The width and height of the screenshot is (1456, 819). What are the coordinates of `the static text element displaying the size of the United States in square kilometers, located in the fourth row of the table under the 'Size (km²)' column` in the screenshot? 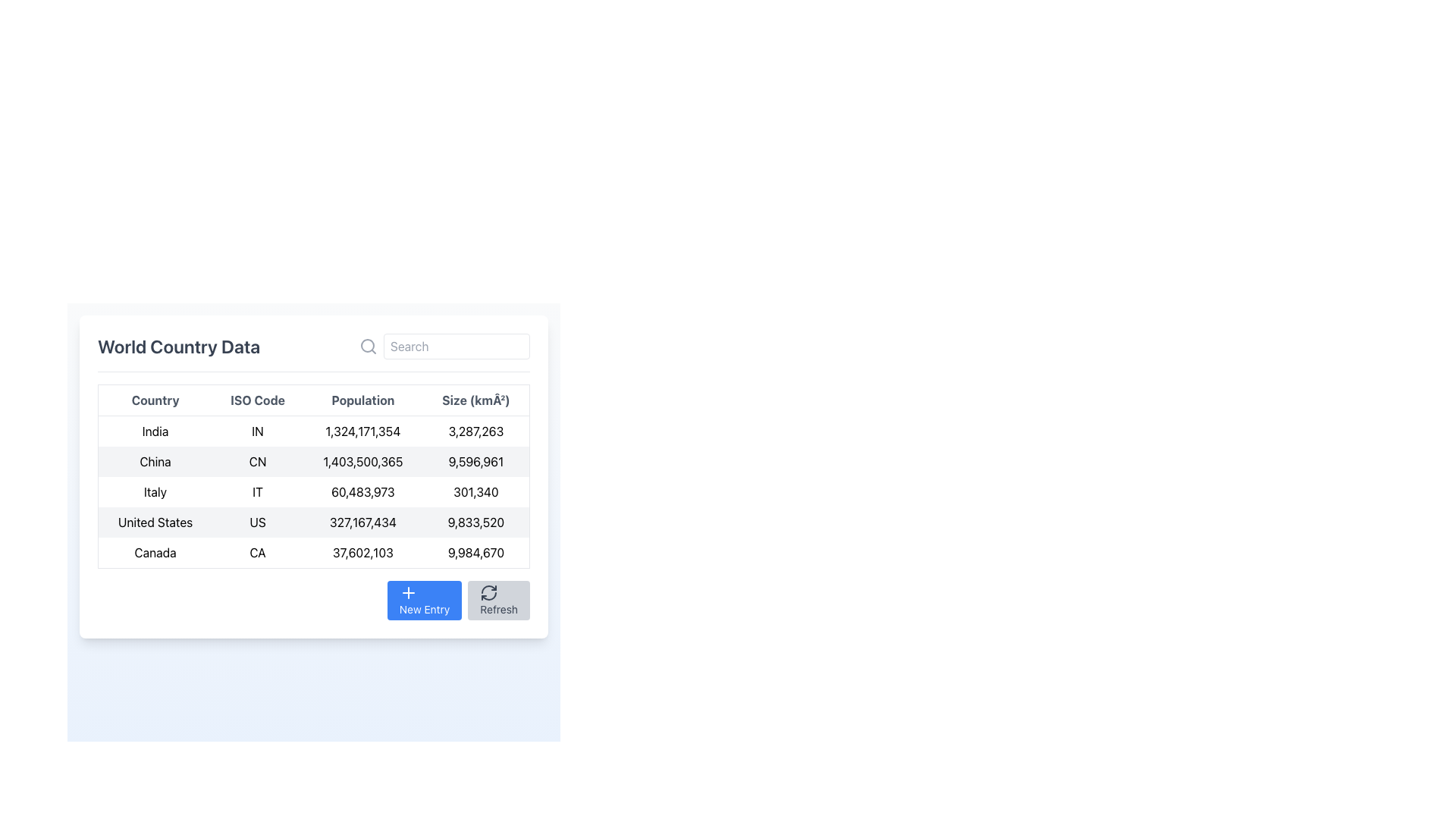 It's located at (475, 522).